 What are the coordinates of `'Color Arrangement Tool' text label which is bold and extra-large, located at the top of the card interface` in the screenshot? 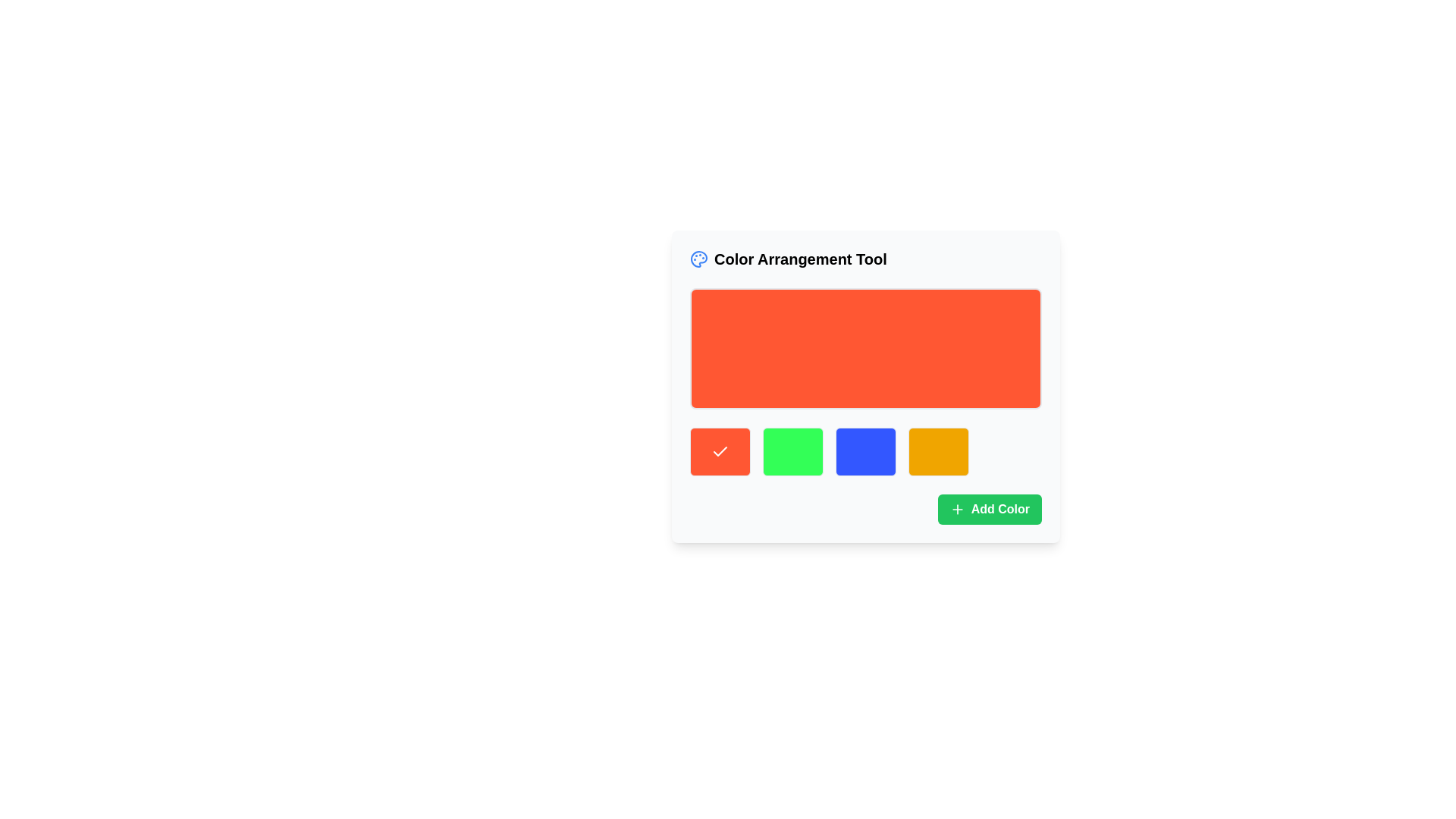 It's located at (788, 259).